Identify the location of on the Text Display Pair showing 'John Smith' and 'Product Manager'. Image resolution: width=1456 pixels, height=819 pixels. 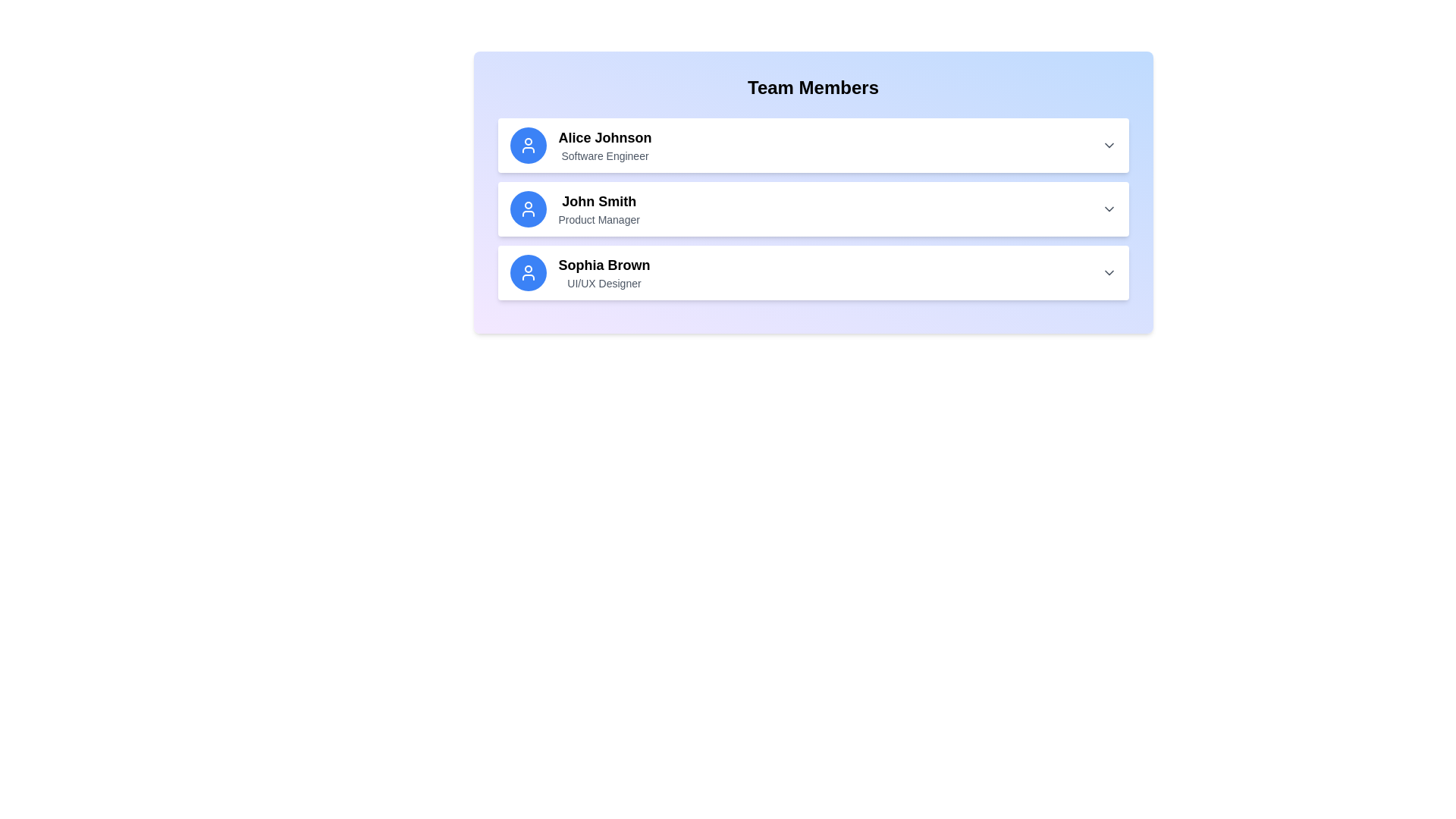
(598, 209).